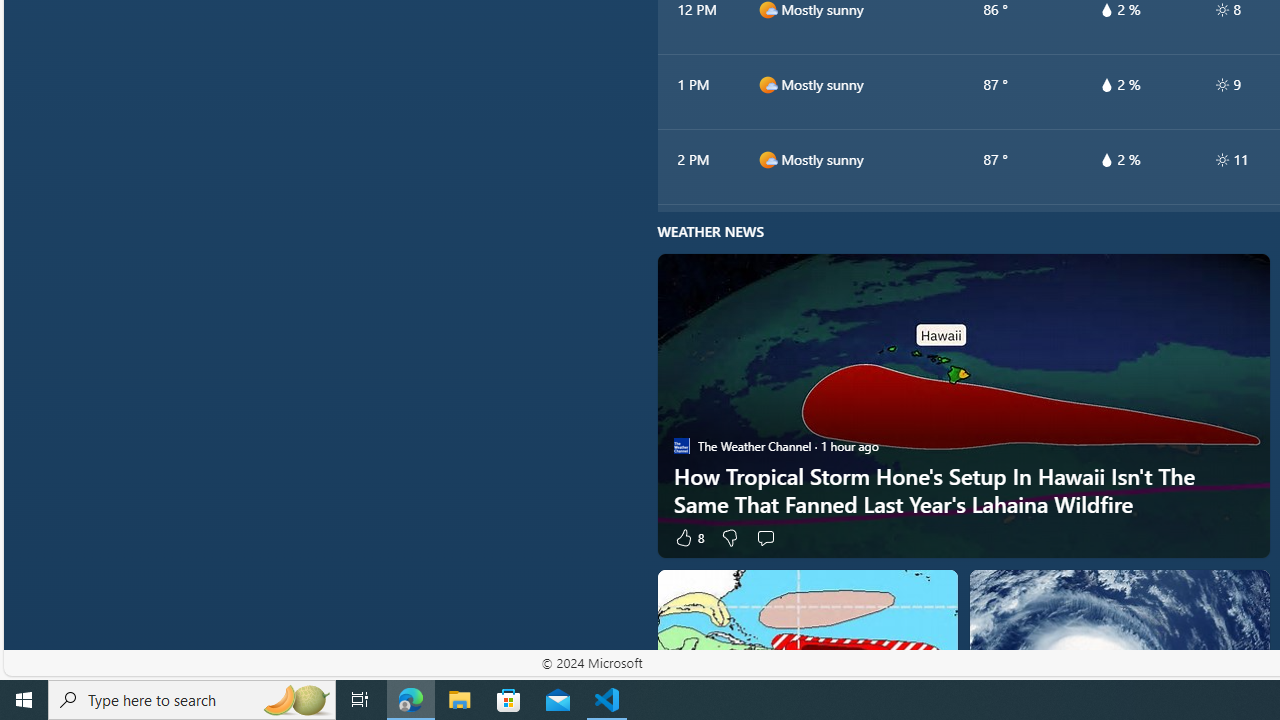 Image resolution: width=1280 pixels, height=720 pixels. What do you see at coordinates (688, 536) in the screenshot?
I see `'8 Like'` at bounding box center [688, 536].